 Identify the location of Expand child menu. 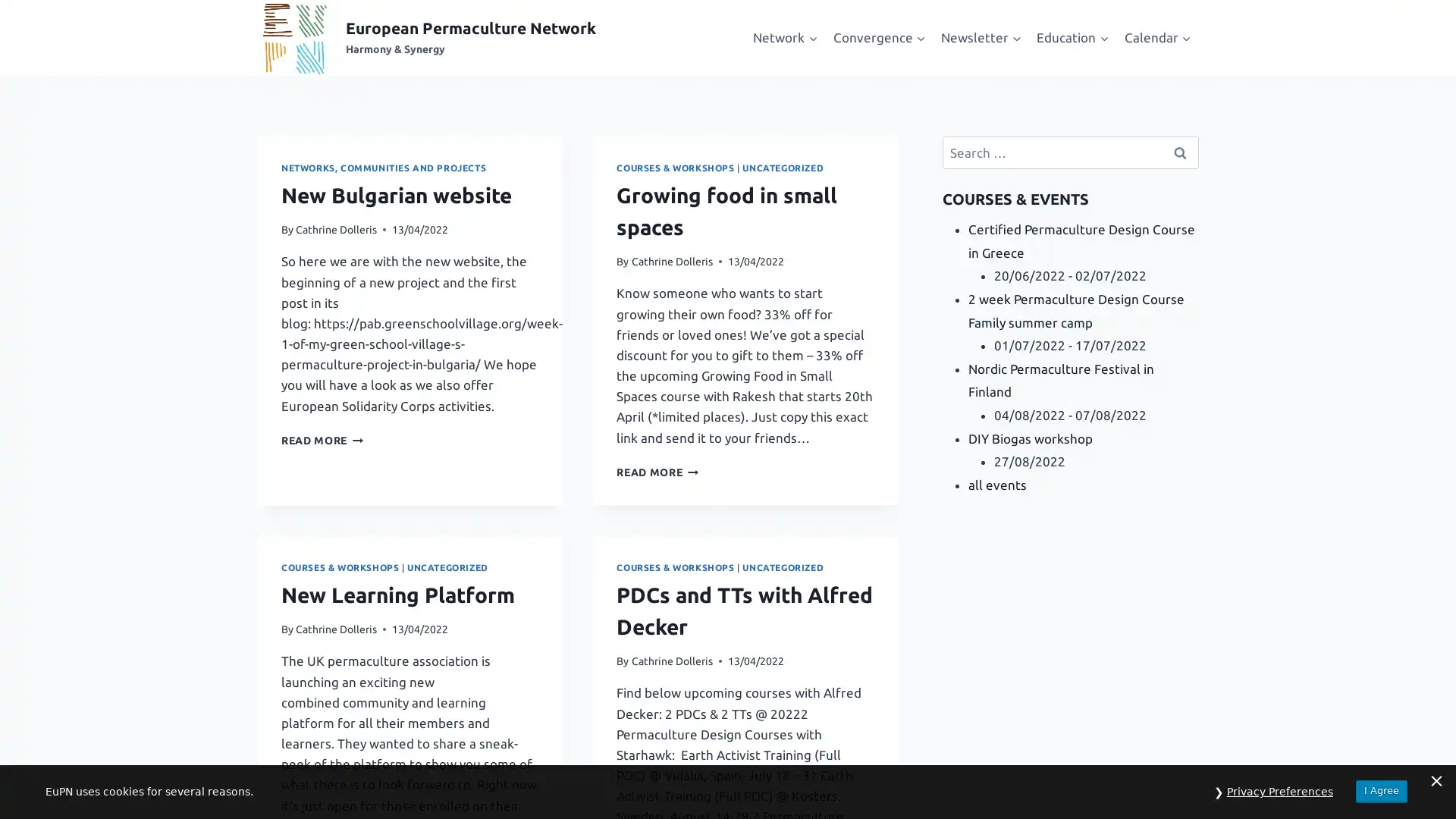
(1156, 36).